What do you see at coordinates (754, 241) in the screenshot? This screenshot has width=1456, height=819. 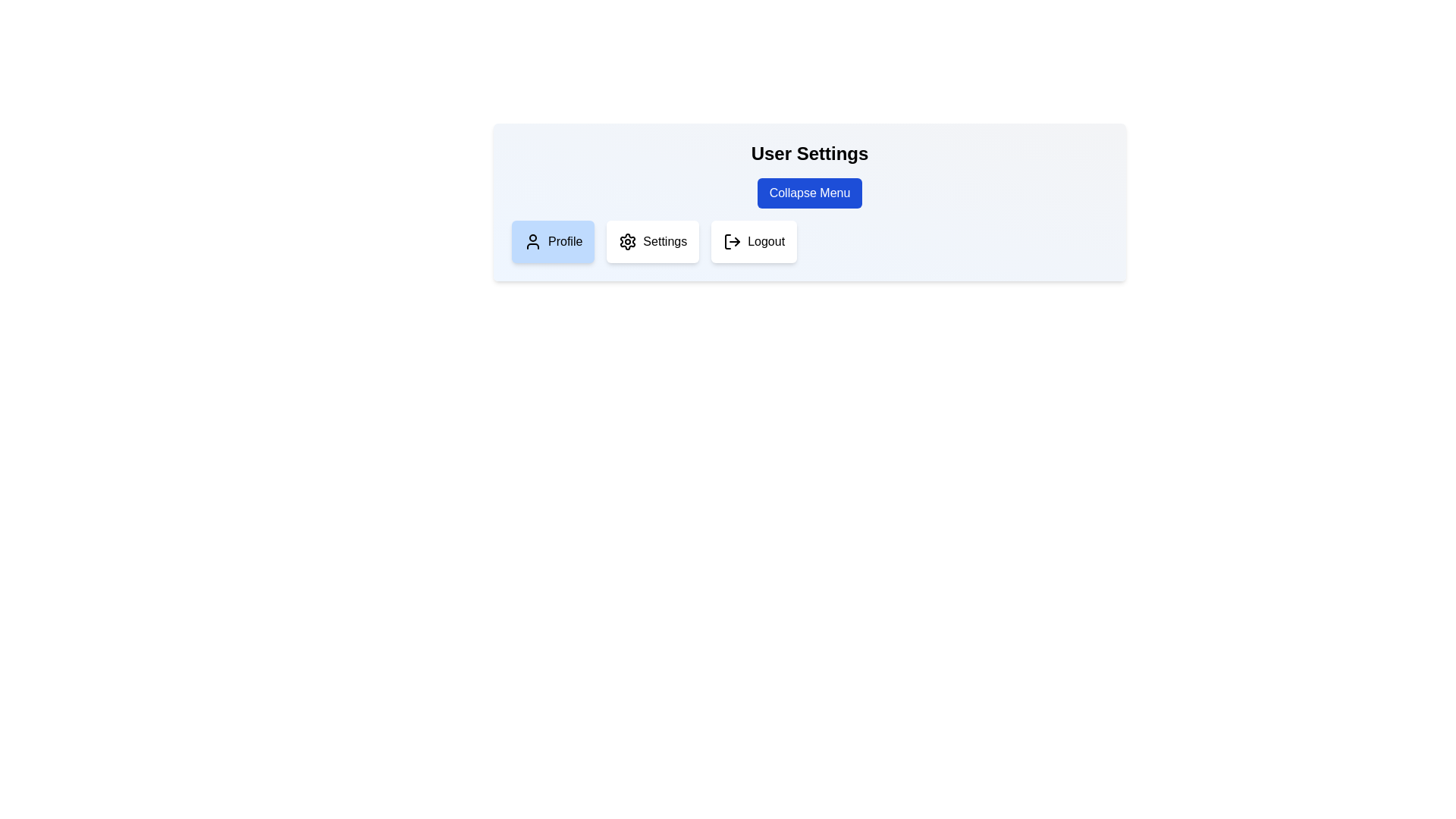 I see `the menu item Logout by clicking on it` at bounding box center [754, 241].